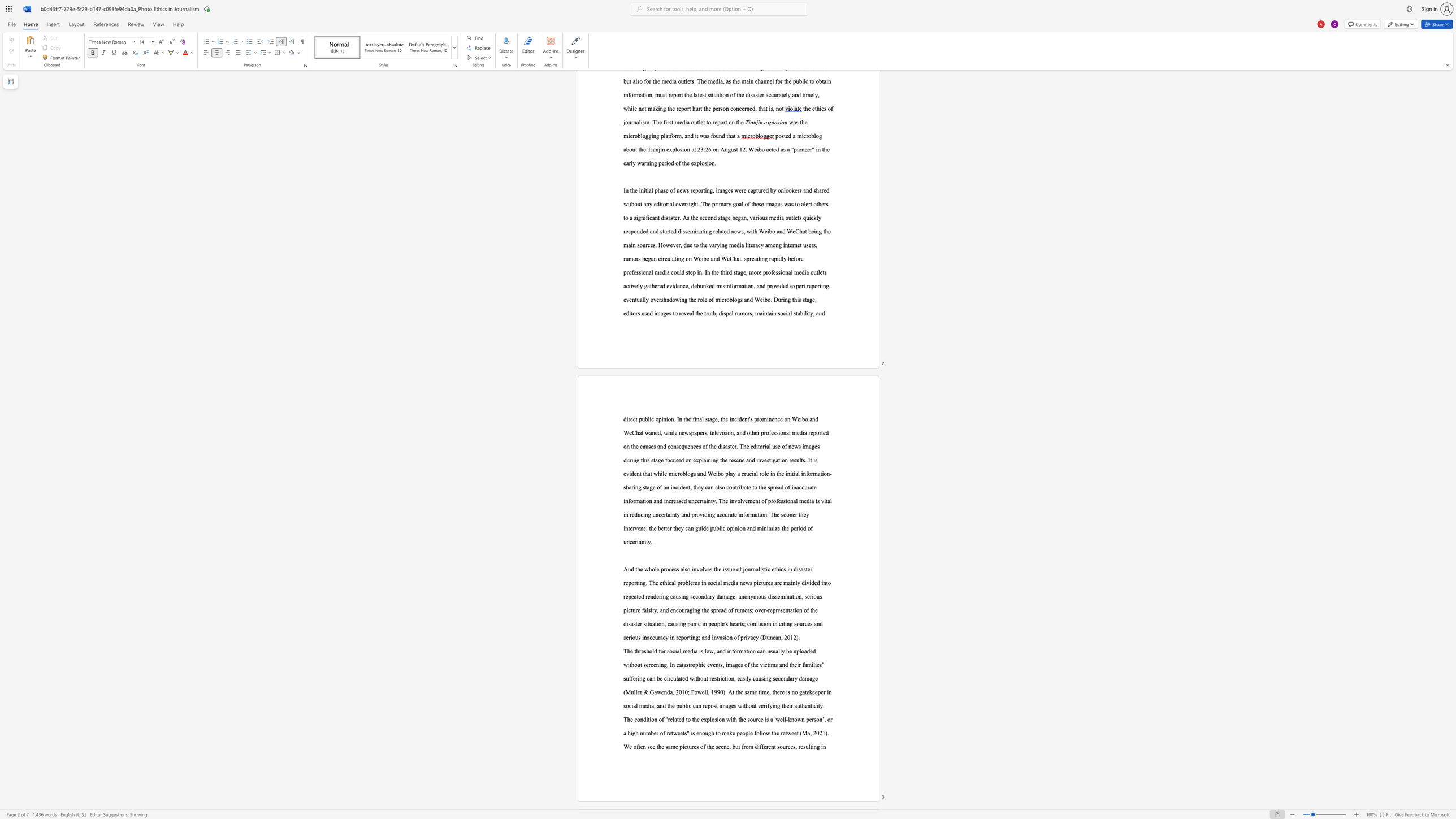  I want to click on the subset text "ss" within the text "whole process", so click(674, 569).